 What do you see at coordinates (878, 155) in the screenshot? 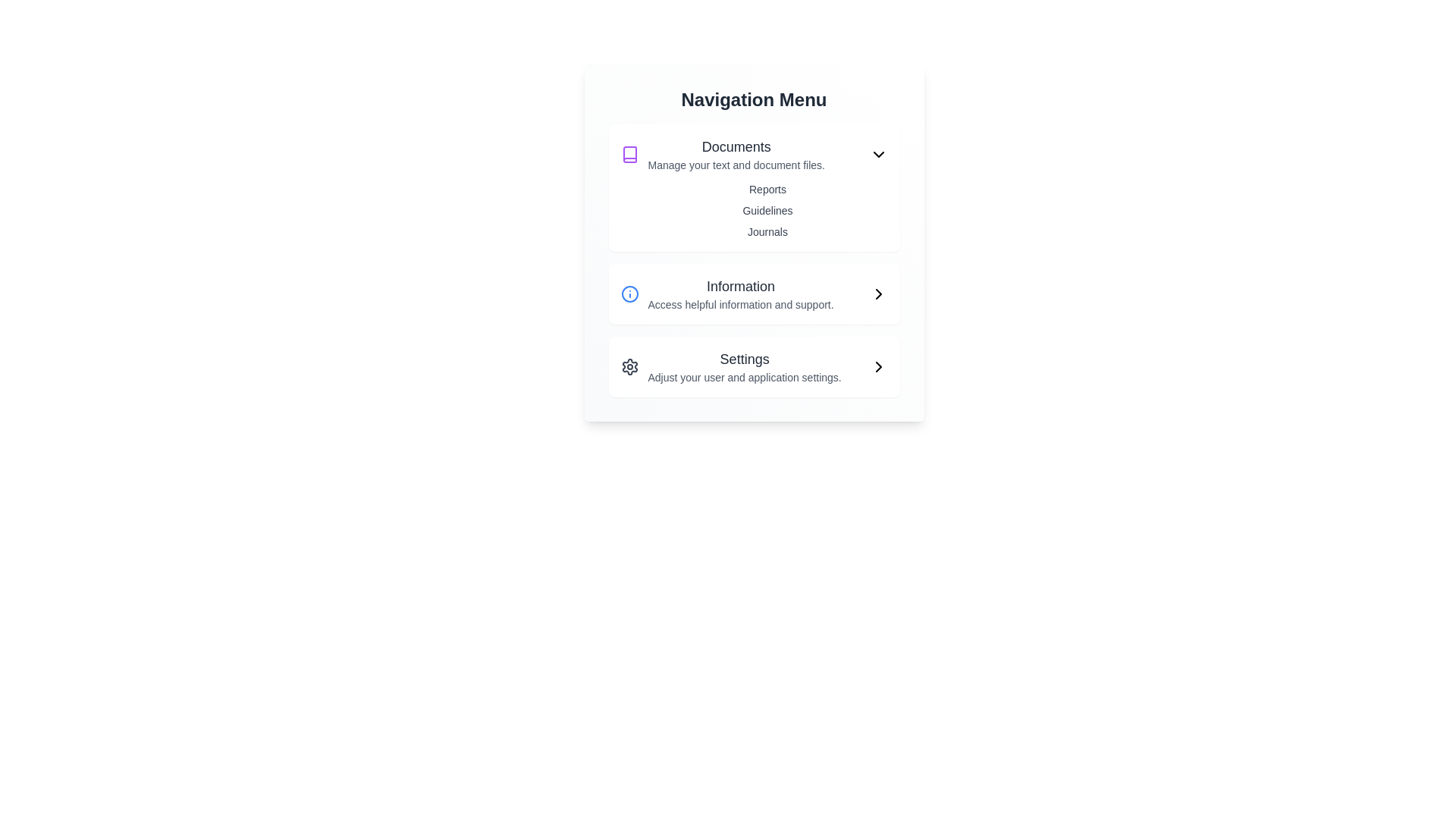
I see `the decorative chevron icon at the far right of the 'Documents' section` at bounding box center [878, 155].